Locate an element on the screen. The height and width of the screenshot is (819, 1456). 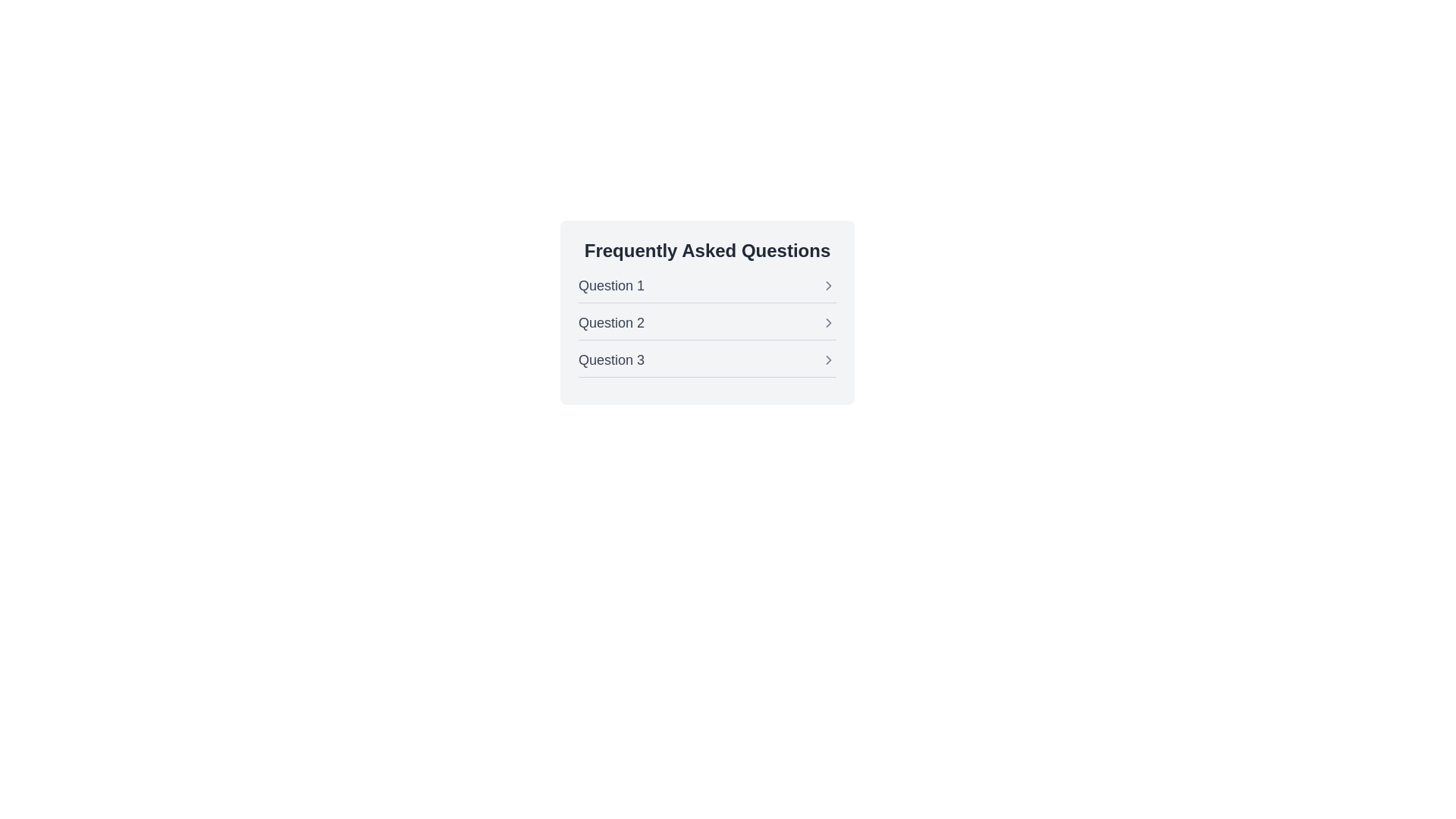
the list item displaying 'Question 3' is located at coordinates (706, 359).